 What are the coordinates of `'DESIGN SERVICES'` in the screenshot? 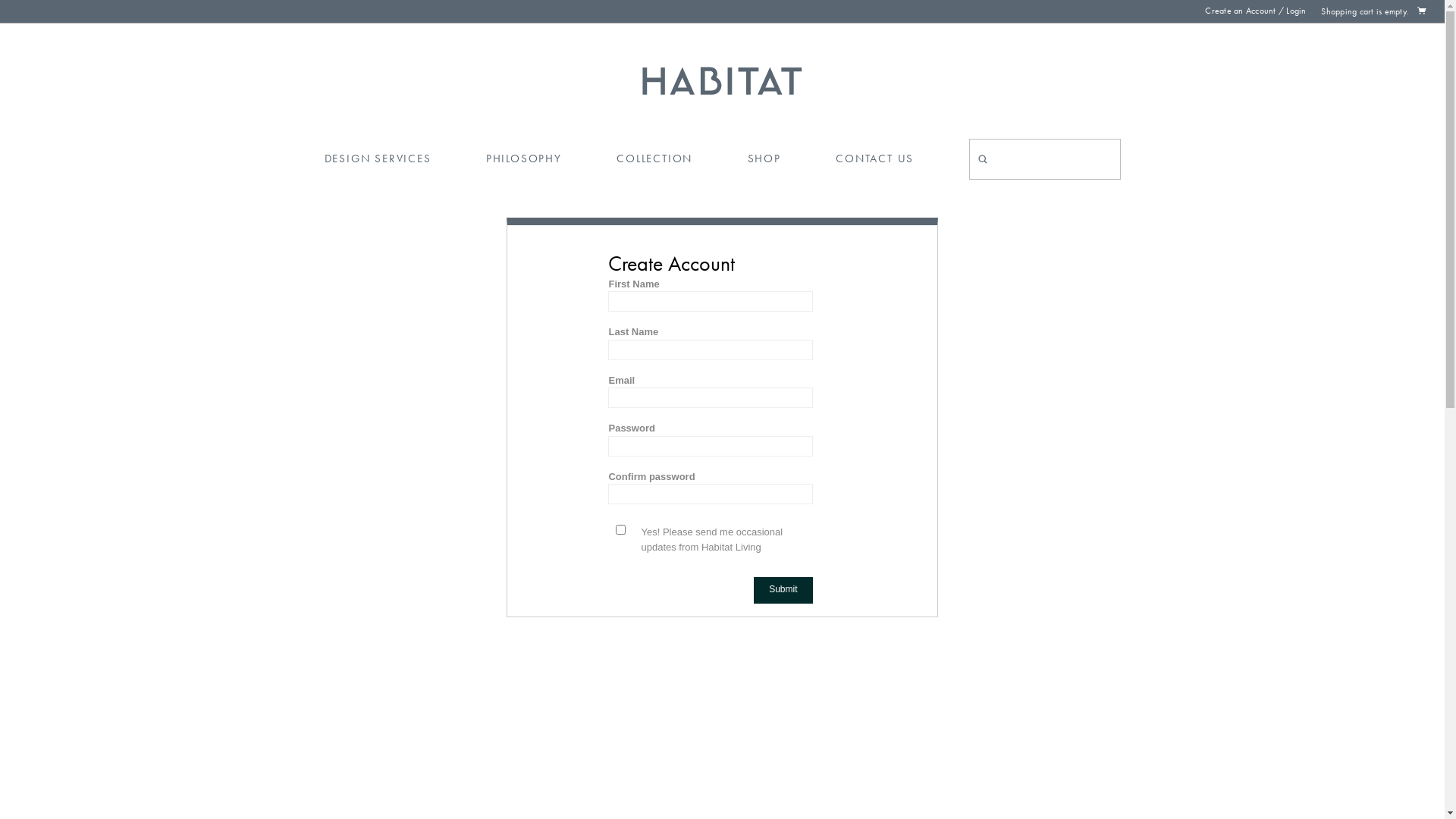 It's located at (378, 158).